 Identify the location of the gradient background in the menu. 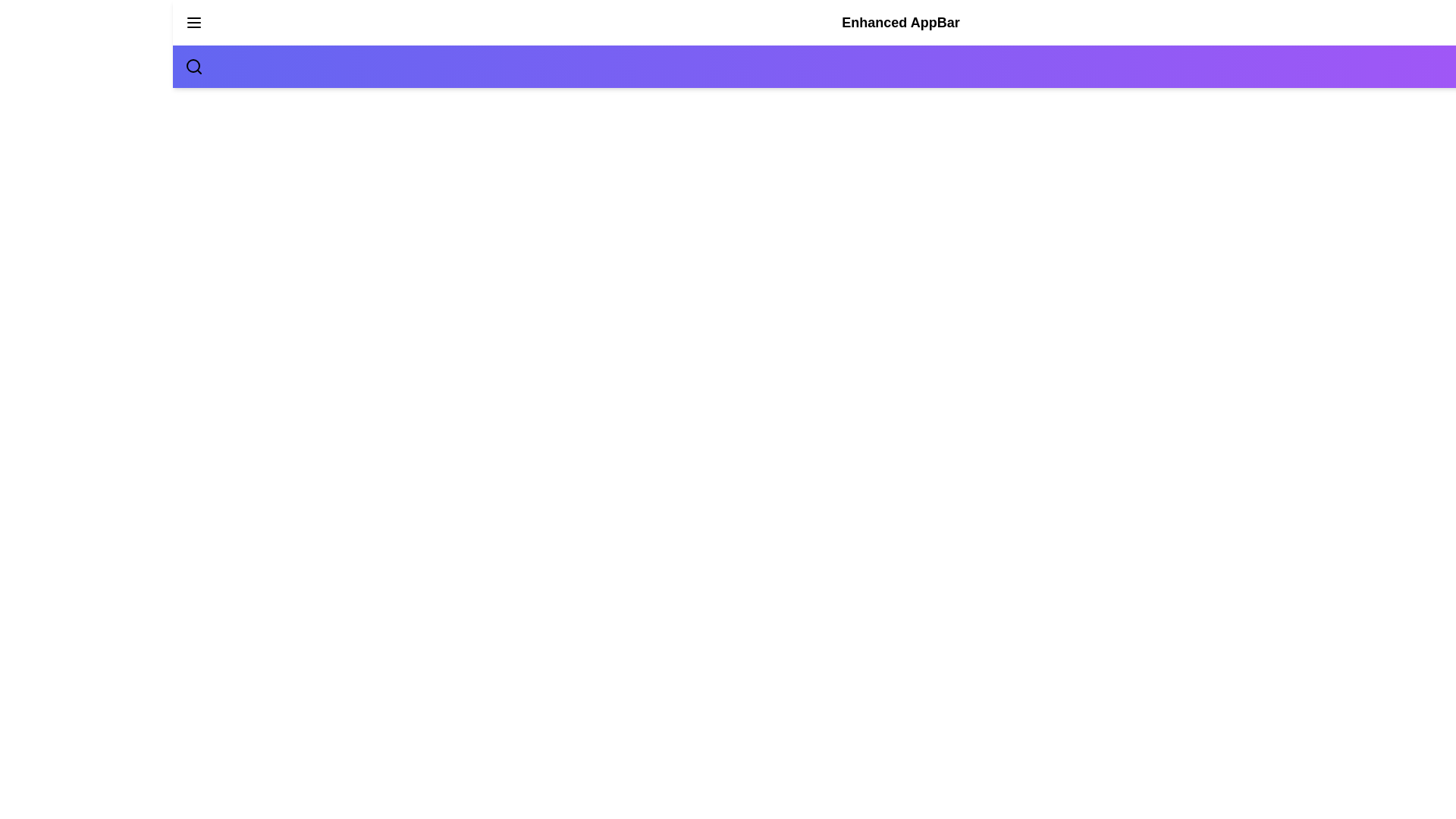
(901, 66).